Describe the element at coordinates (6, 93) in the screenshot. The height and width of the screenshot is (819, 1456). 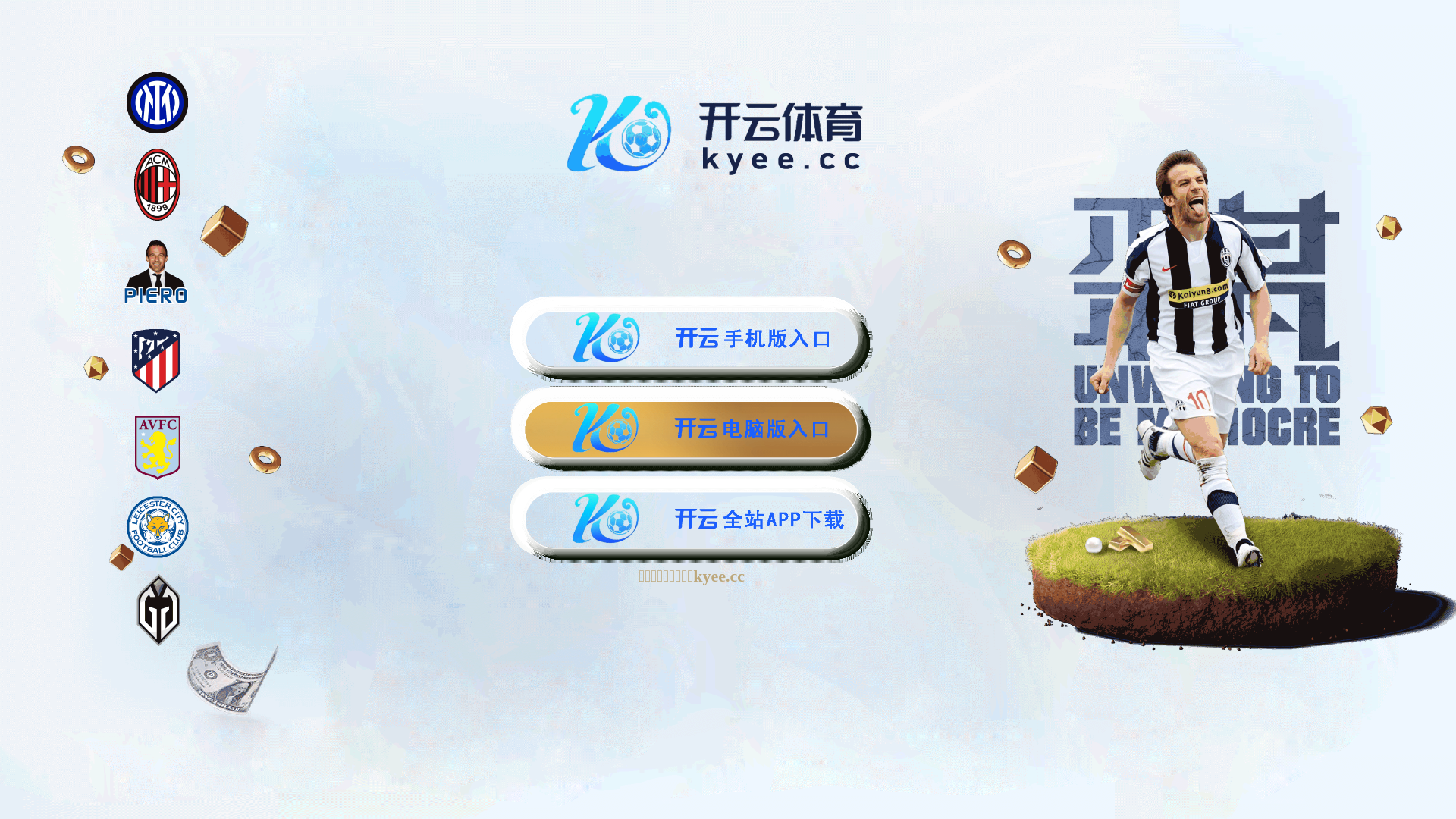
I see `'Toggle navigation'` at that location.